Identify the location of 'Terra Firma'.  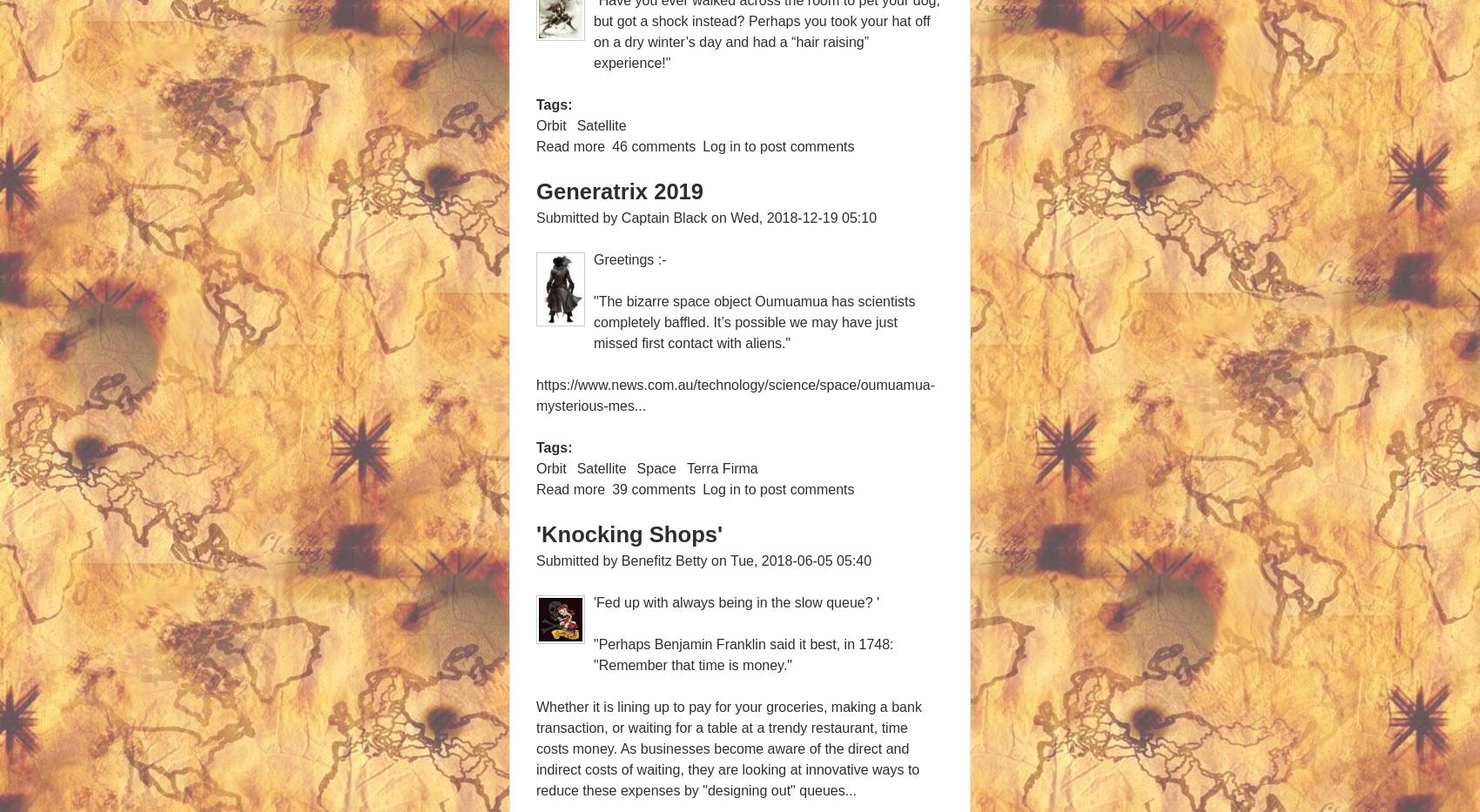
(720, 467).